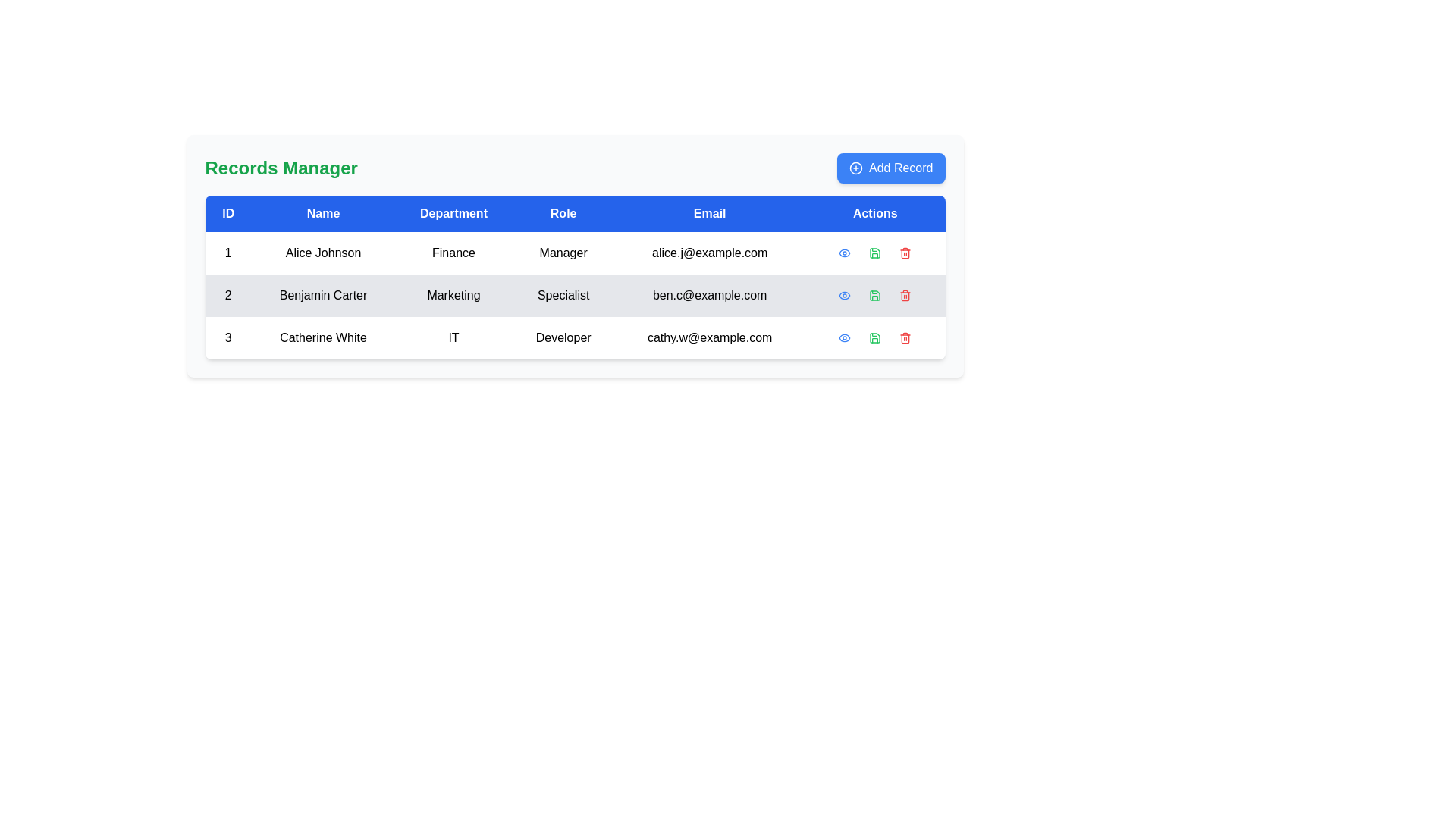 The height and width of the screenshot is (819, 1456). I want to click on the 'Department' text label for the user record 'Alice Johnson' located in the third column of the first row of the main table, so click(453, 253).